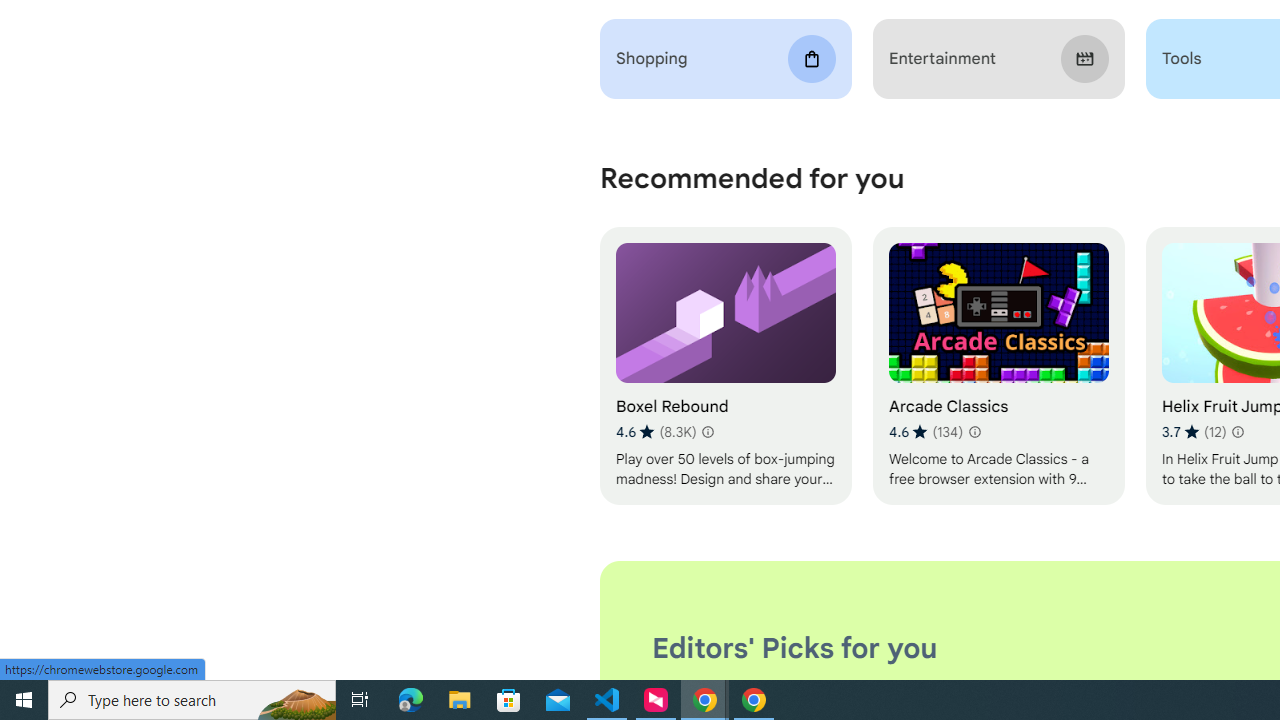  Describe the element at coordinates (724, 366) in the screenshot. I see `'Boxel Rebound'` at that location.